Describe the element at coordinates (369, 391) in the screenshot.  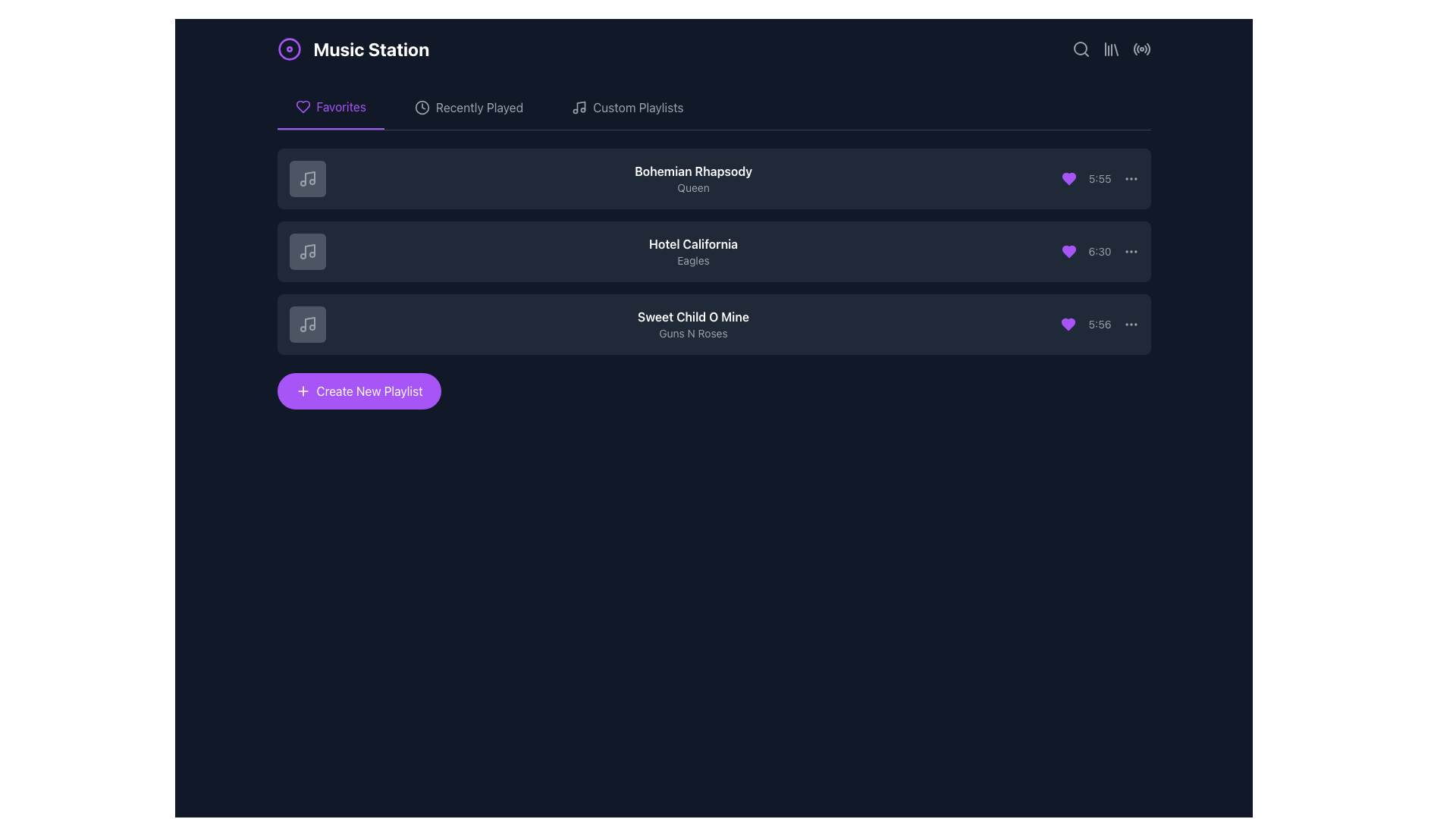
I see `the static text within the button that serves as a label for creating a new playlist, located at the center-right of the interactive rectangular button near the bottom of the playlist list` at that location.